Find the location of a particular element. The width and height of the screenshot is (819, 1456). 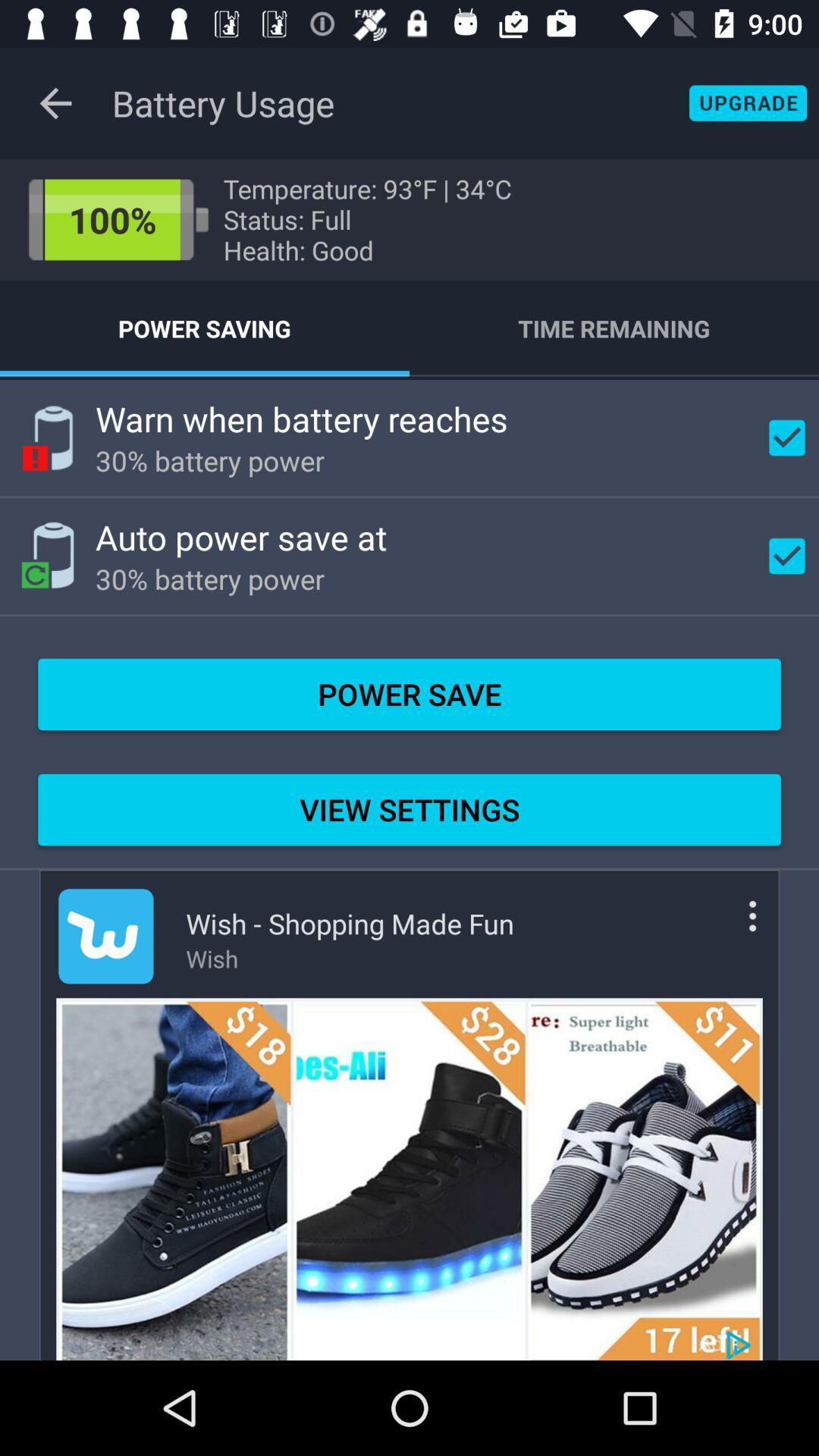

choose logo is located at coordinates (105, 935).